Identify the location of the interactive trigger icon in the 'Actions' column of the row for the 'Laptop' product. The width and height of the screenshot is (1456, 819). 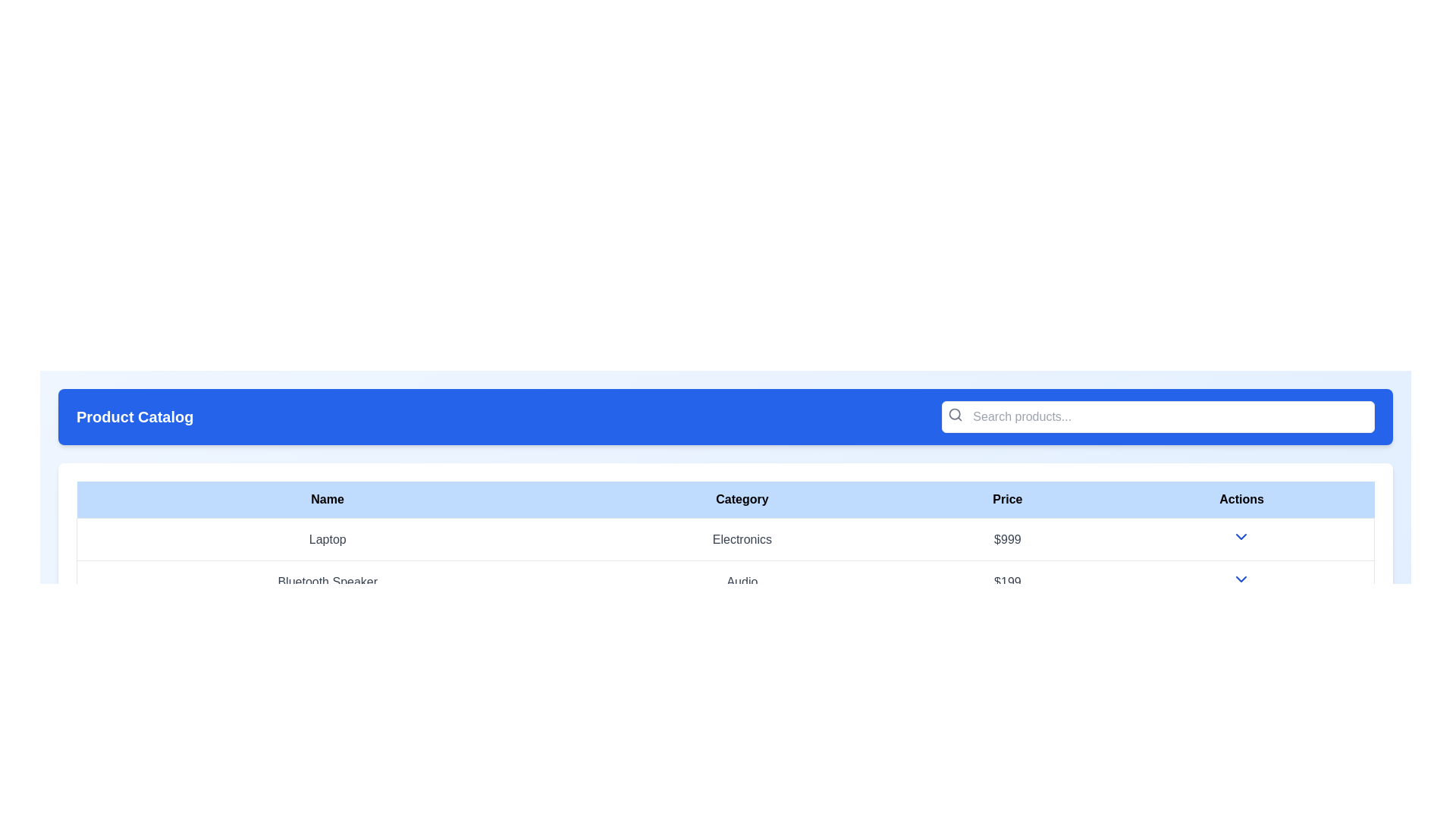
(1241, 538).